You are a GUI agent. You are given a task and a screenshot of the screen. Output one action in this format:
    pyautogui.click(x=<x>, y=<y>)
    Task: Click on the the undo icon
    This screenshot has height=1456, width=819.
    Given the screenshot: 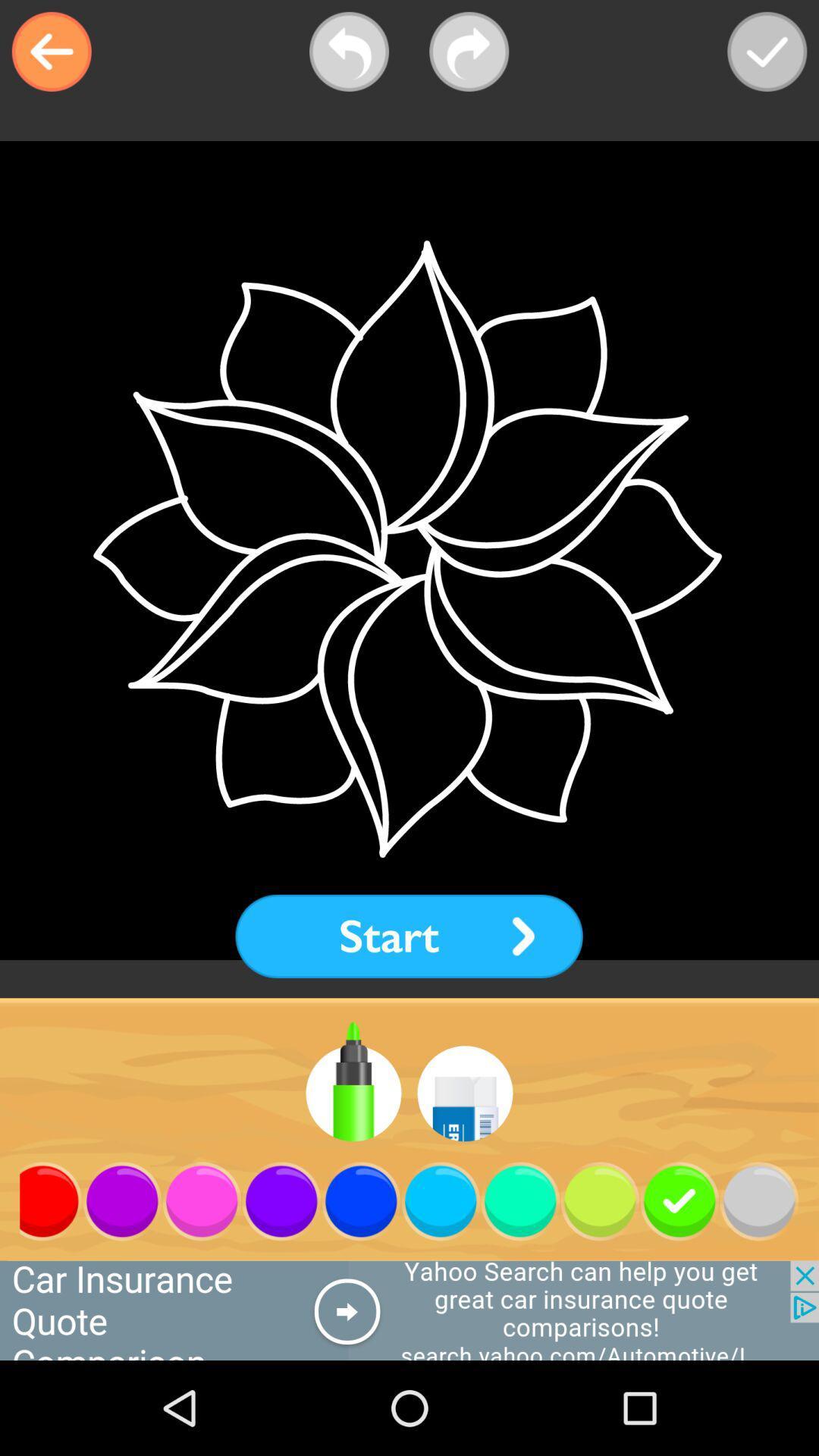 What is the action you would take?
    pyautogui.click(x=349, y=52)
    